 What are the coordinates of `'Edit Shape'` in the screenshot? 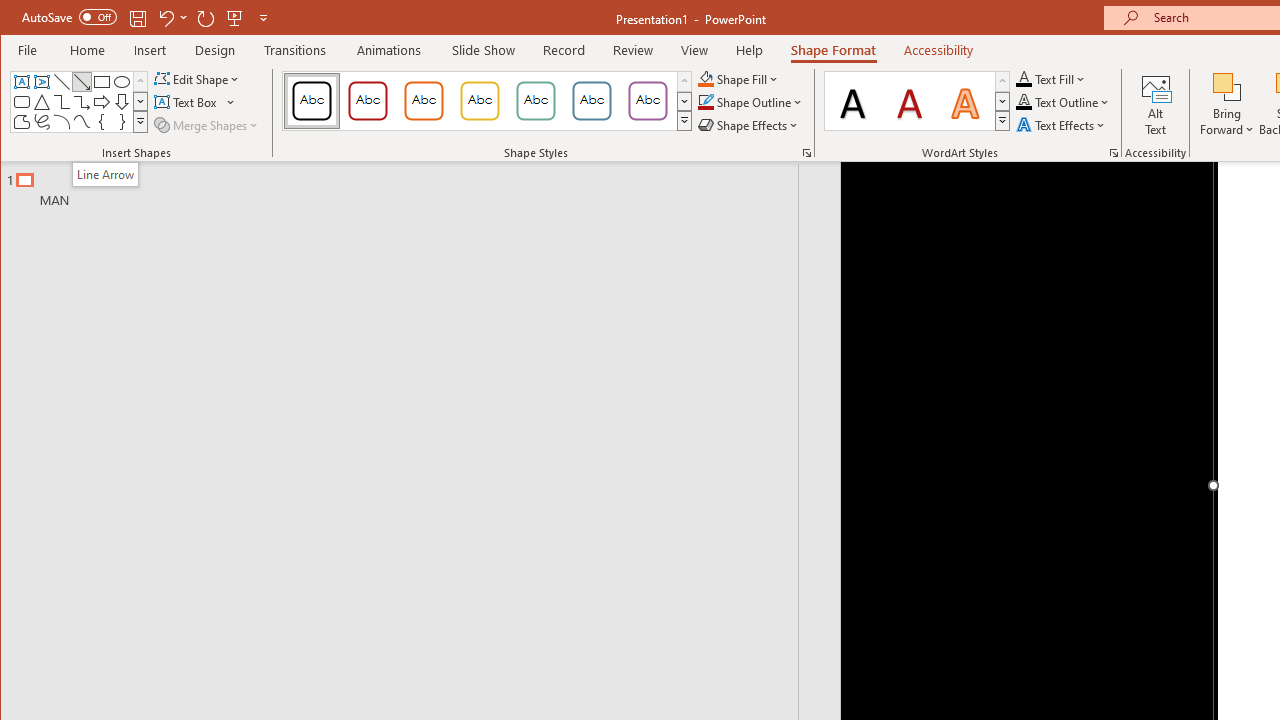 It's located at (198, 78).